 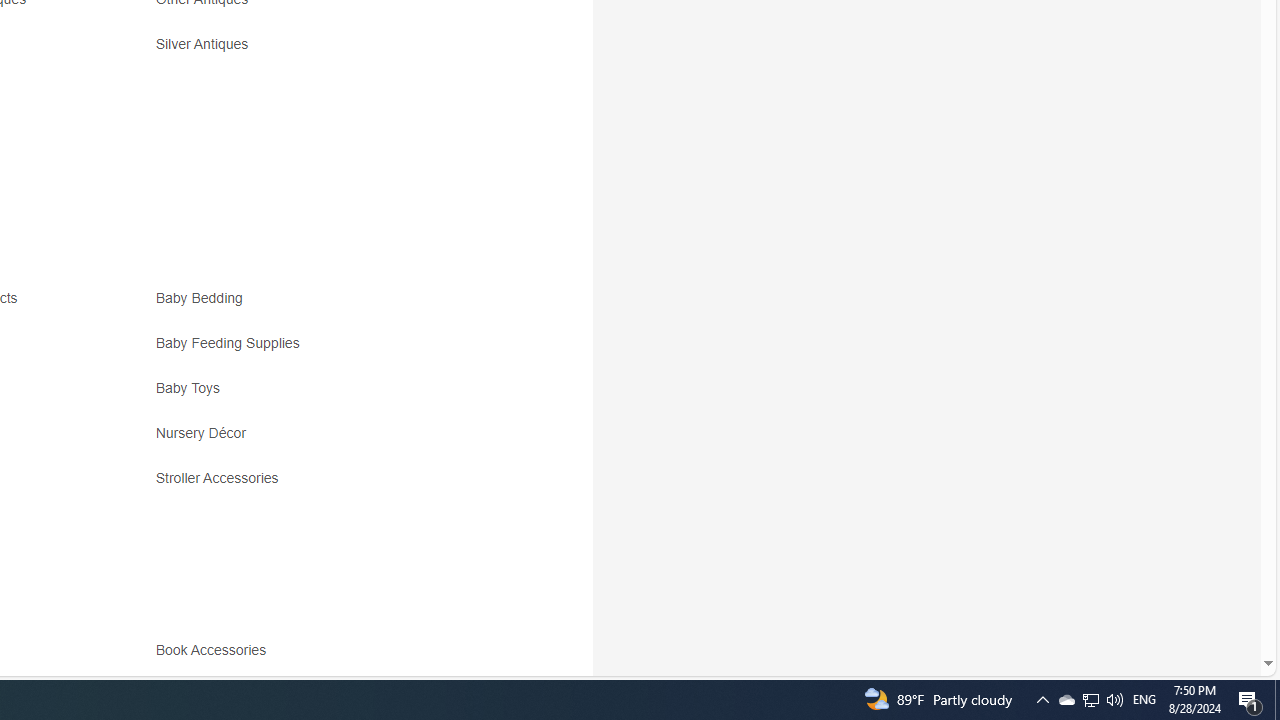 I want to click on 'Baby Feeding Supplies', so click(x=332, y=349).